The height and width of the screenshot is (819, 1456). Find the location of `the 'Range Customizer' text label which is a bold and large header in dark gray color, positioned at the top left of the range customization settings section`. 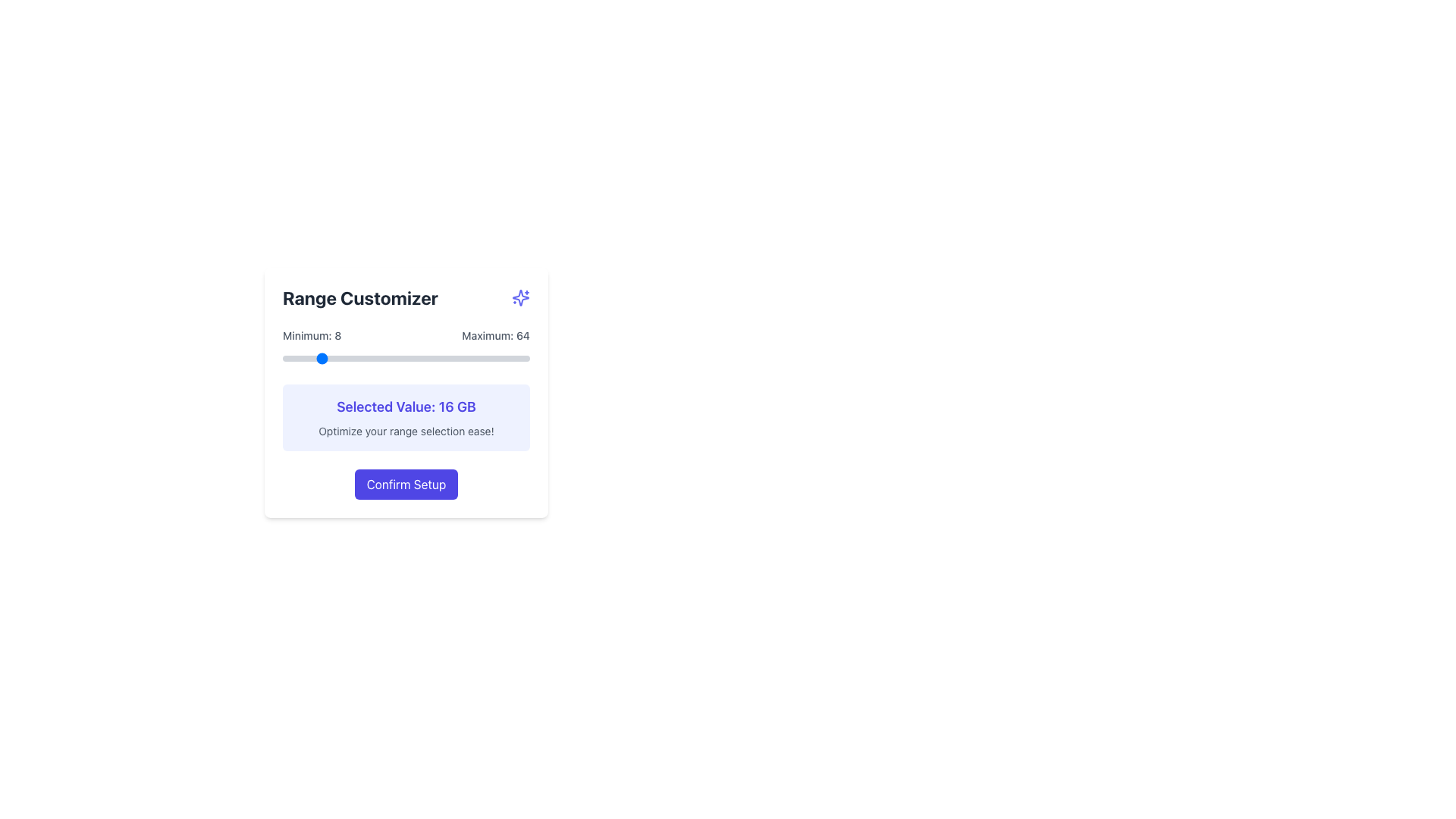

the 'Range Customizer' text label which is a bold and large header in dark gray color, positioned at the top left of the range customization settings section is located at coordinates (359, 298).